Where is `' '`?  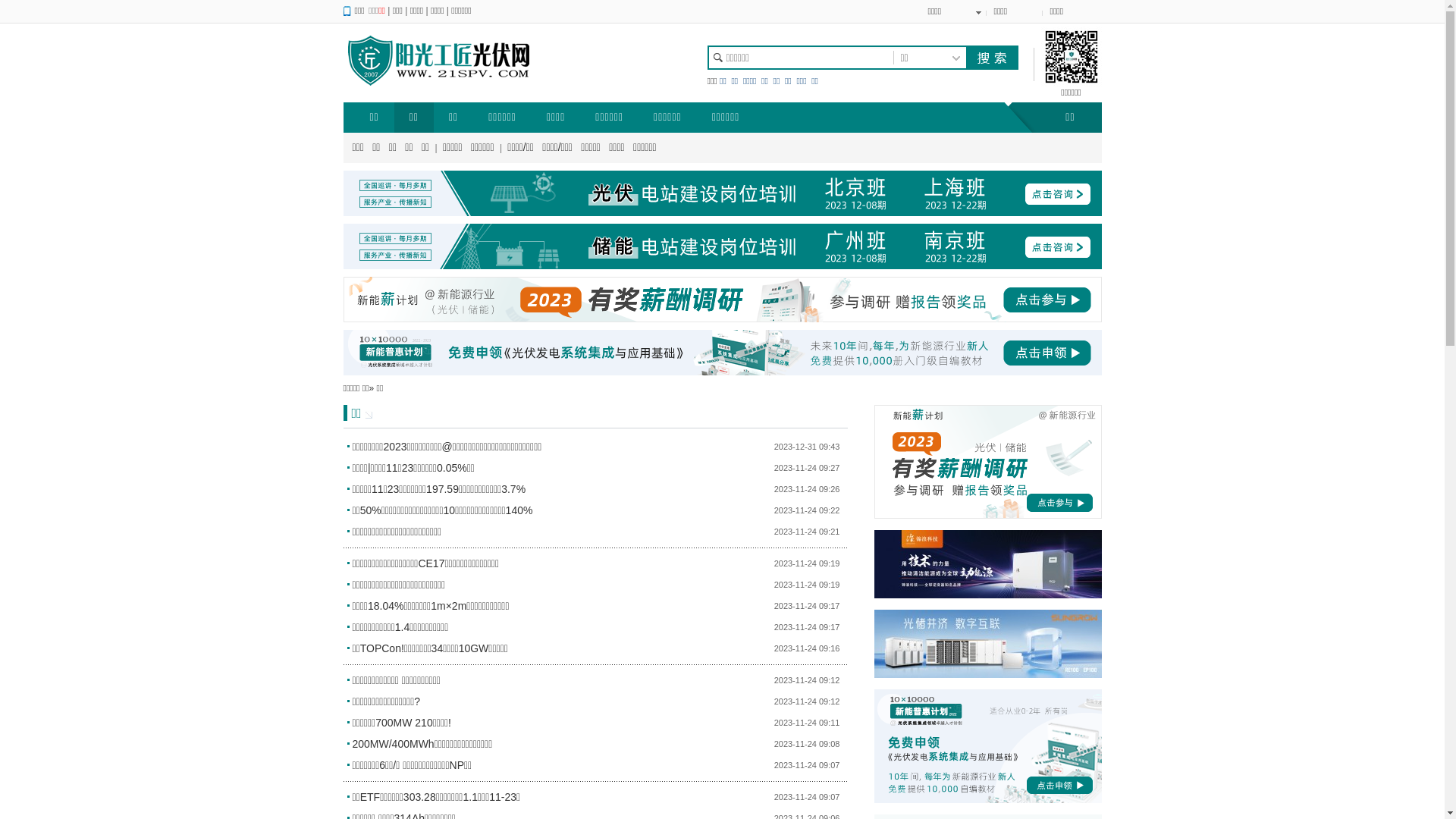
' ' is located at coordinates (964, 57).